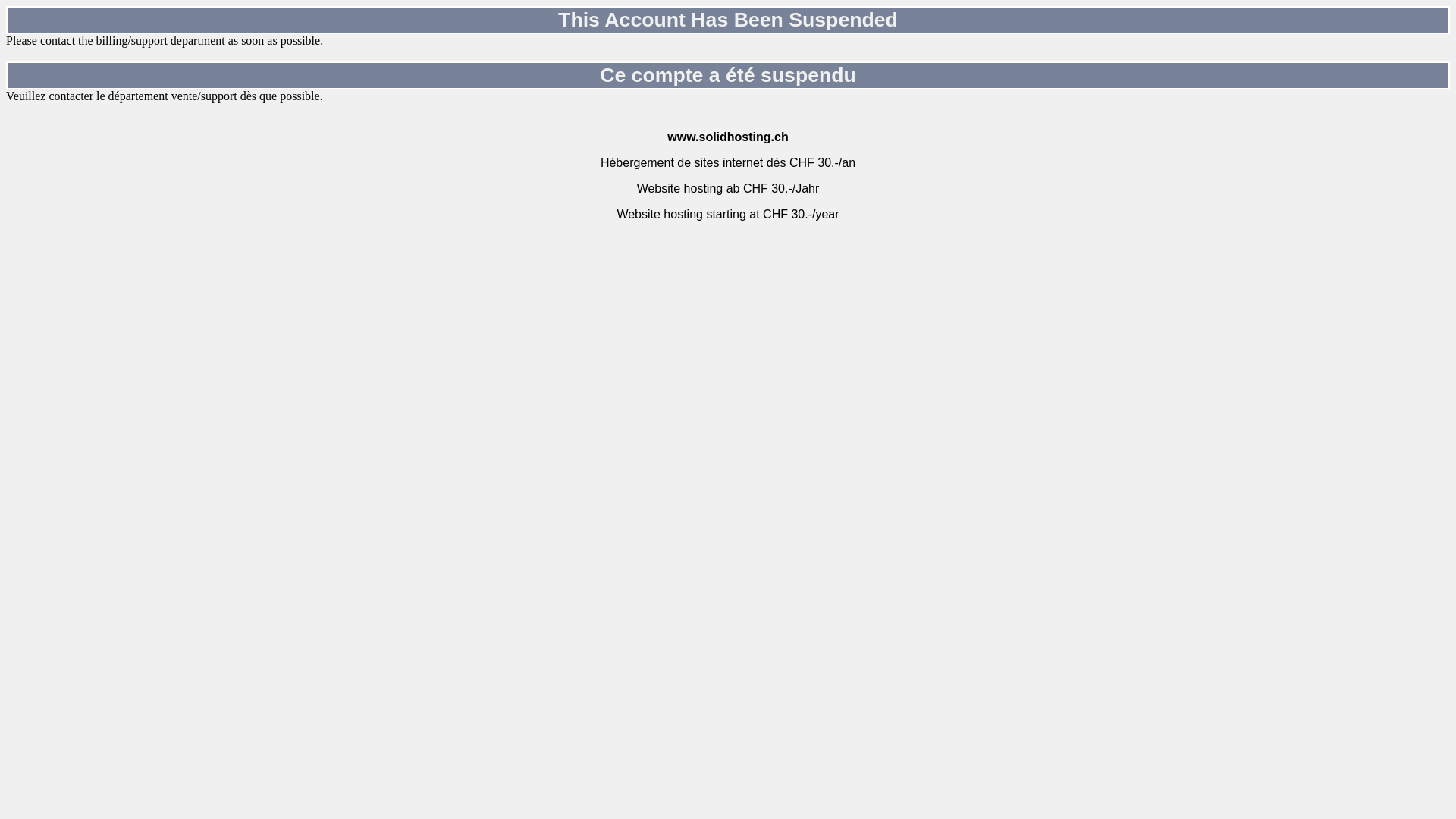 The height and width of the screenshot is (819, 1456). What do you see at coordinates (726, 136) in the screenshot?
I see `'www.solidhosting.ch'` at bounding box center [726, 136].